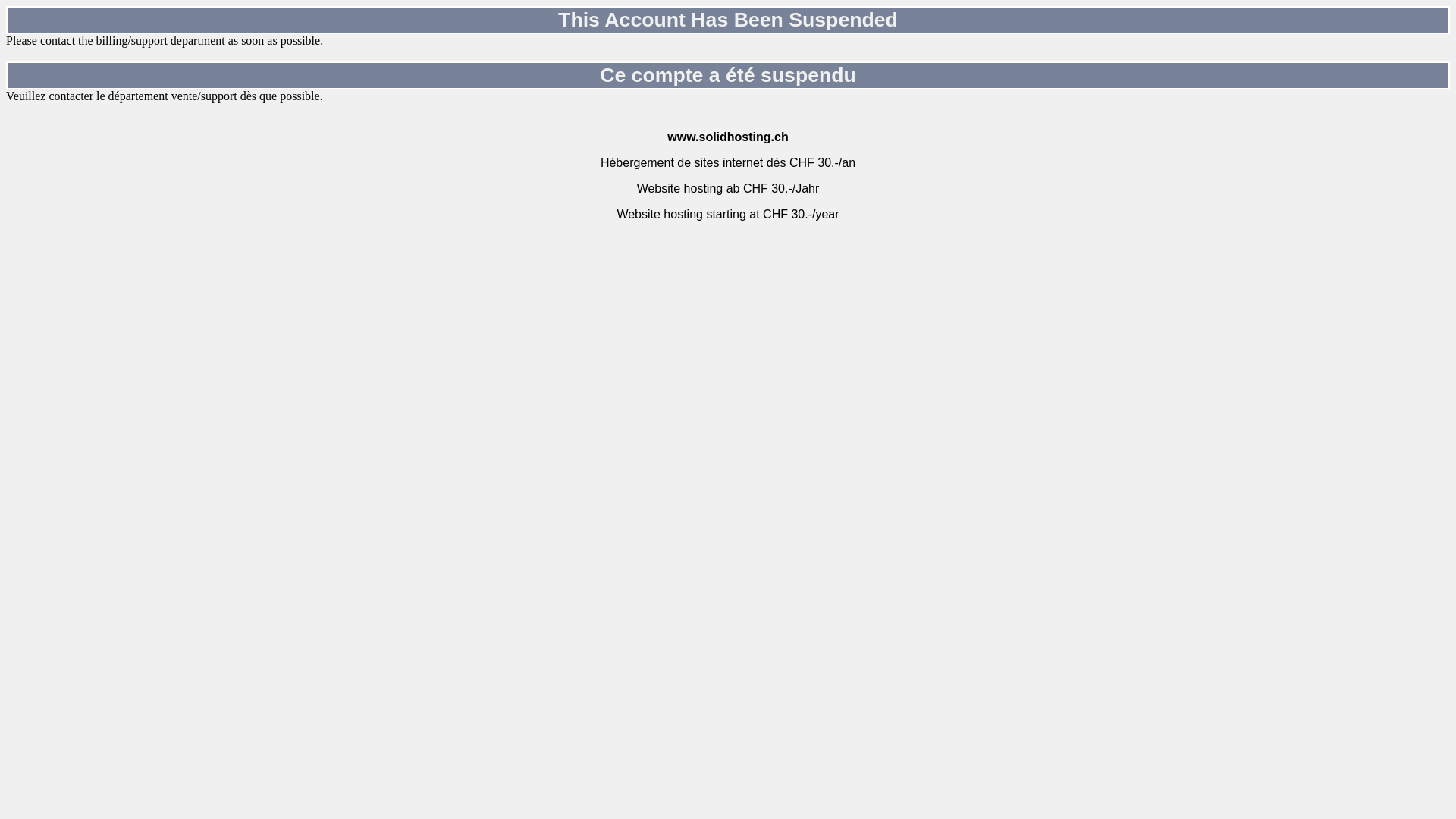 The height and width of the screenshot is (819, 1456). What do you see at coordinates (726, 136) in the screenshot?
I see `'www.solidhosting.ch'` at bounding box center [726, 136].